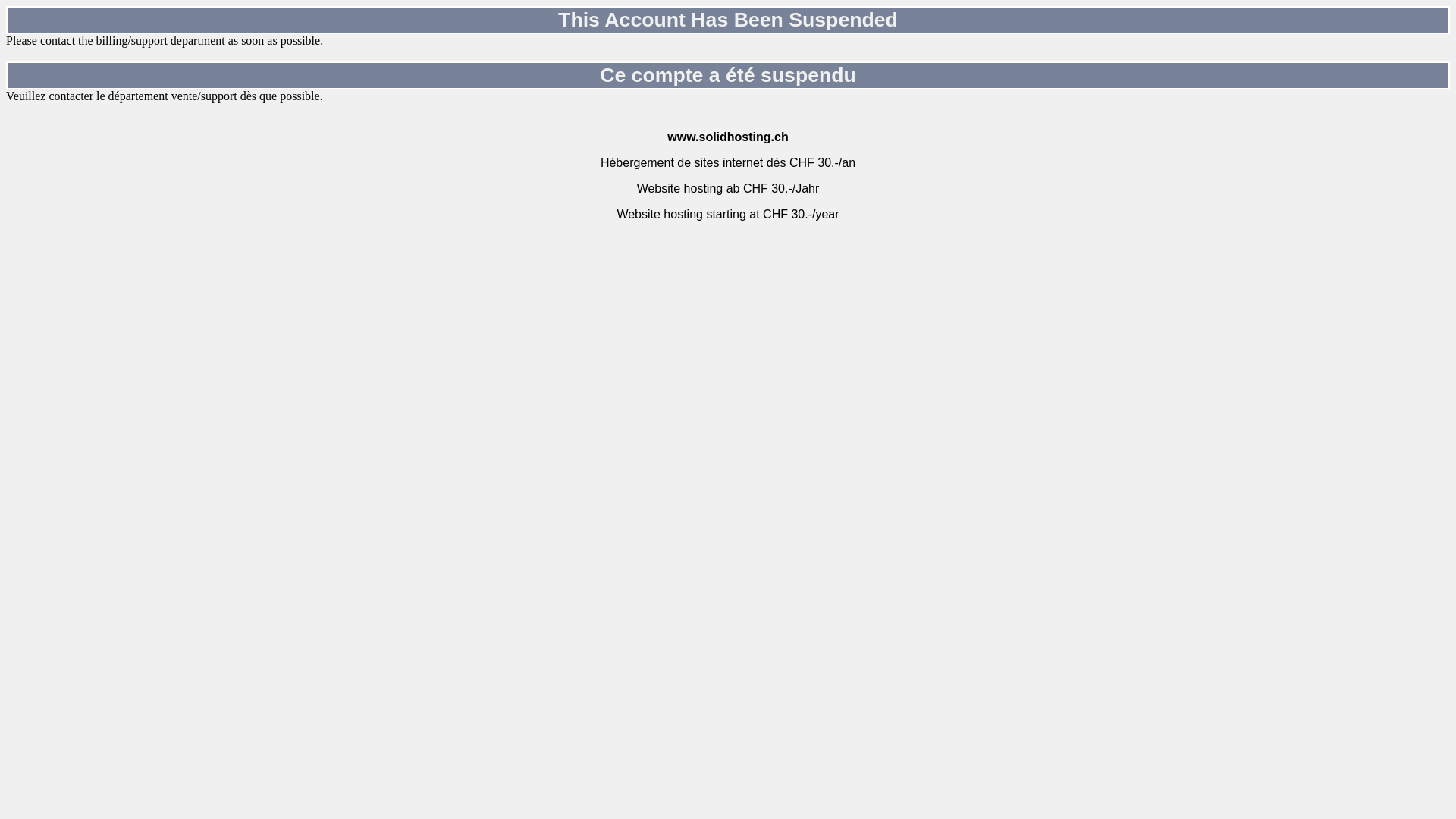 The height and width of the screenshot is (819, 1456). What do you see at coordinates (726, 136) in the screenshot?
I see `'www.solidhosting.ch'` at bounding box center [726, 136].